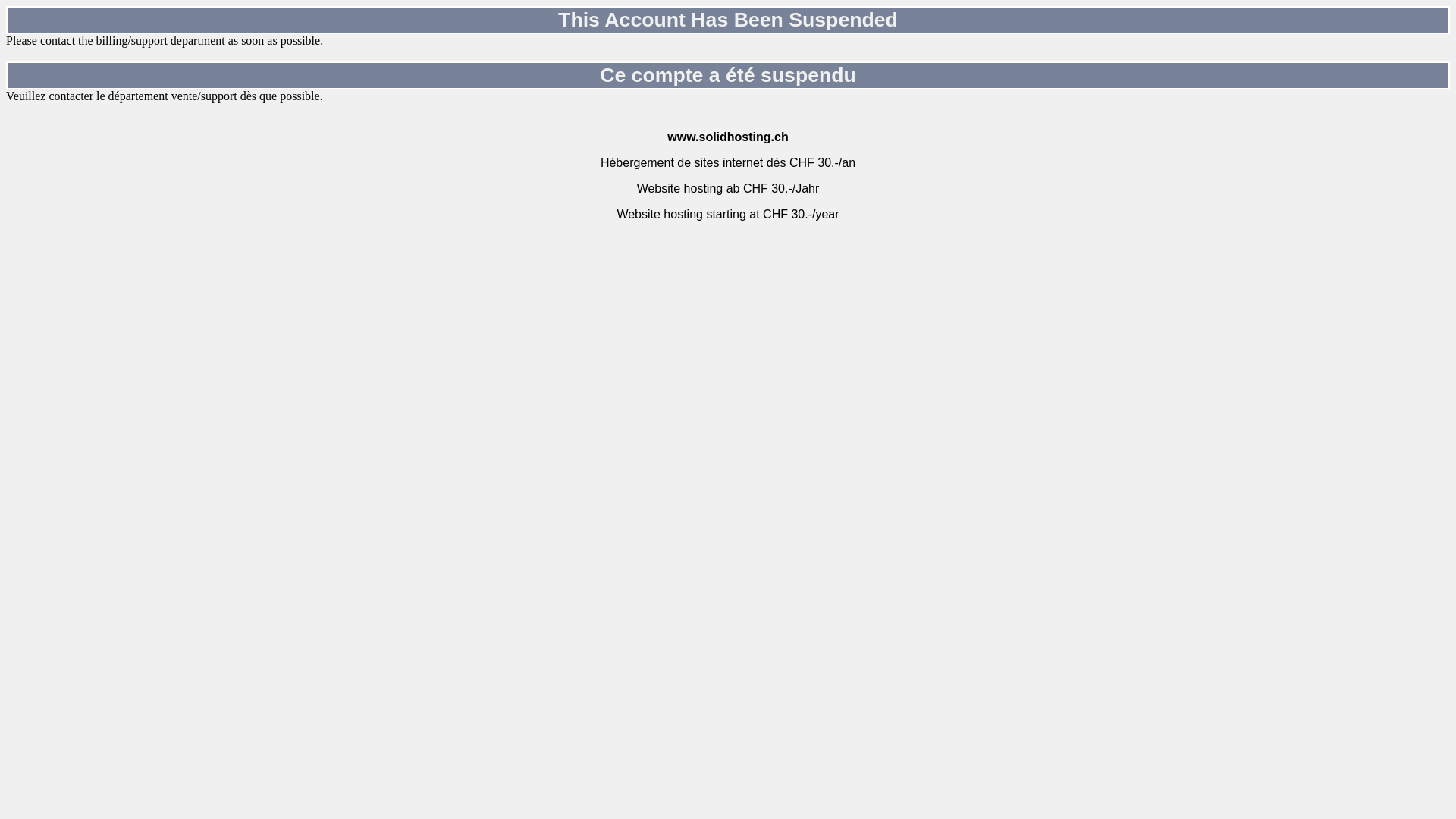 The height and width of the screenshot is (819, 1456). What do you see at coordinates (726, 136) in the screenshot?
I see `'www.solidhosting.ch'` at bounding box center [726, 136].